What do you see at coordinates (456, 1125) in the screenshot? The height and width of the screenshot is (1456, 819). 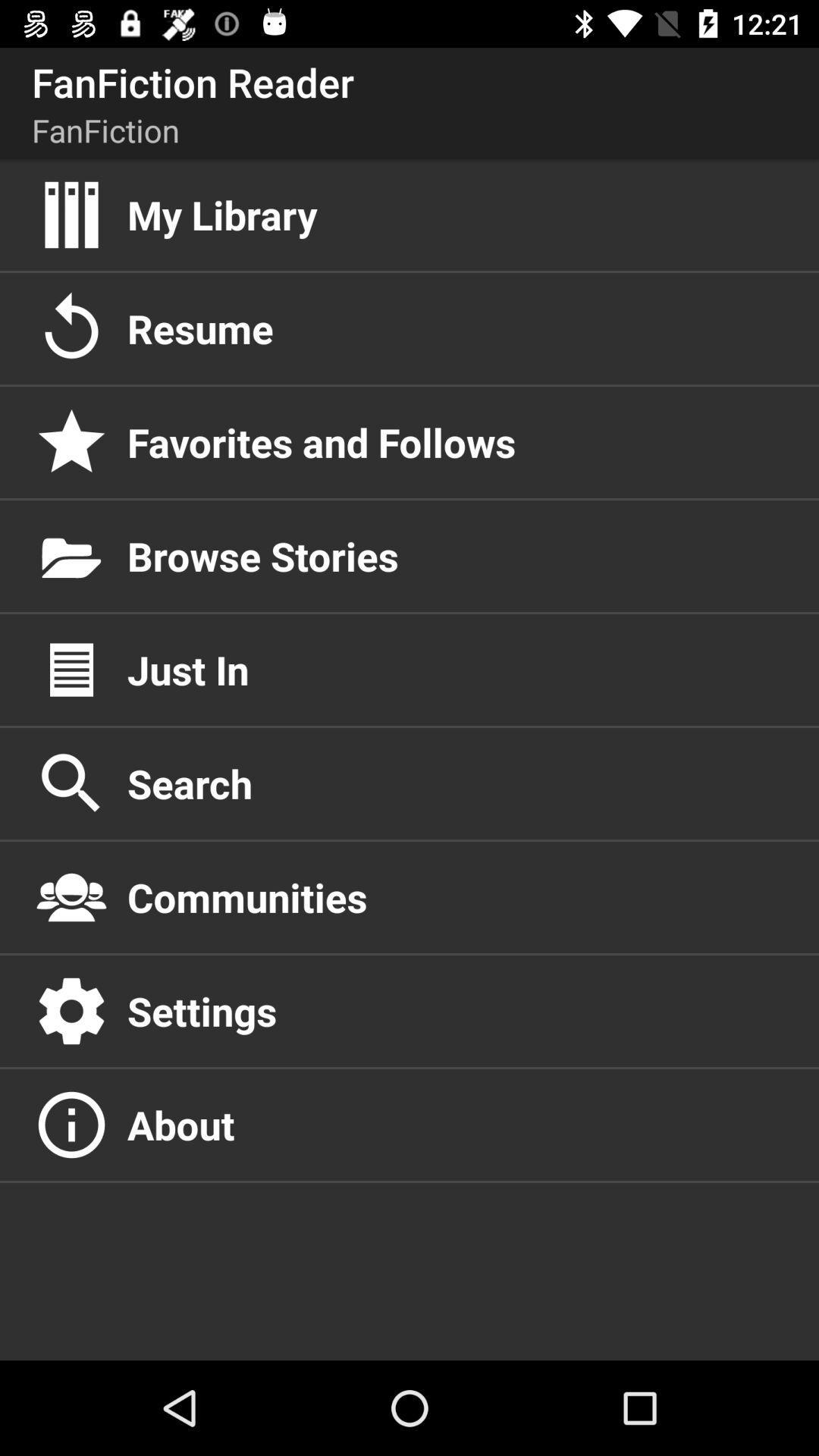 I see `the about` at bounding box center [456, 1125].